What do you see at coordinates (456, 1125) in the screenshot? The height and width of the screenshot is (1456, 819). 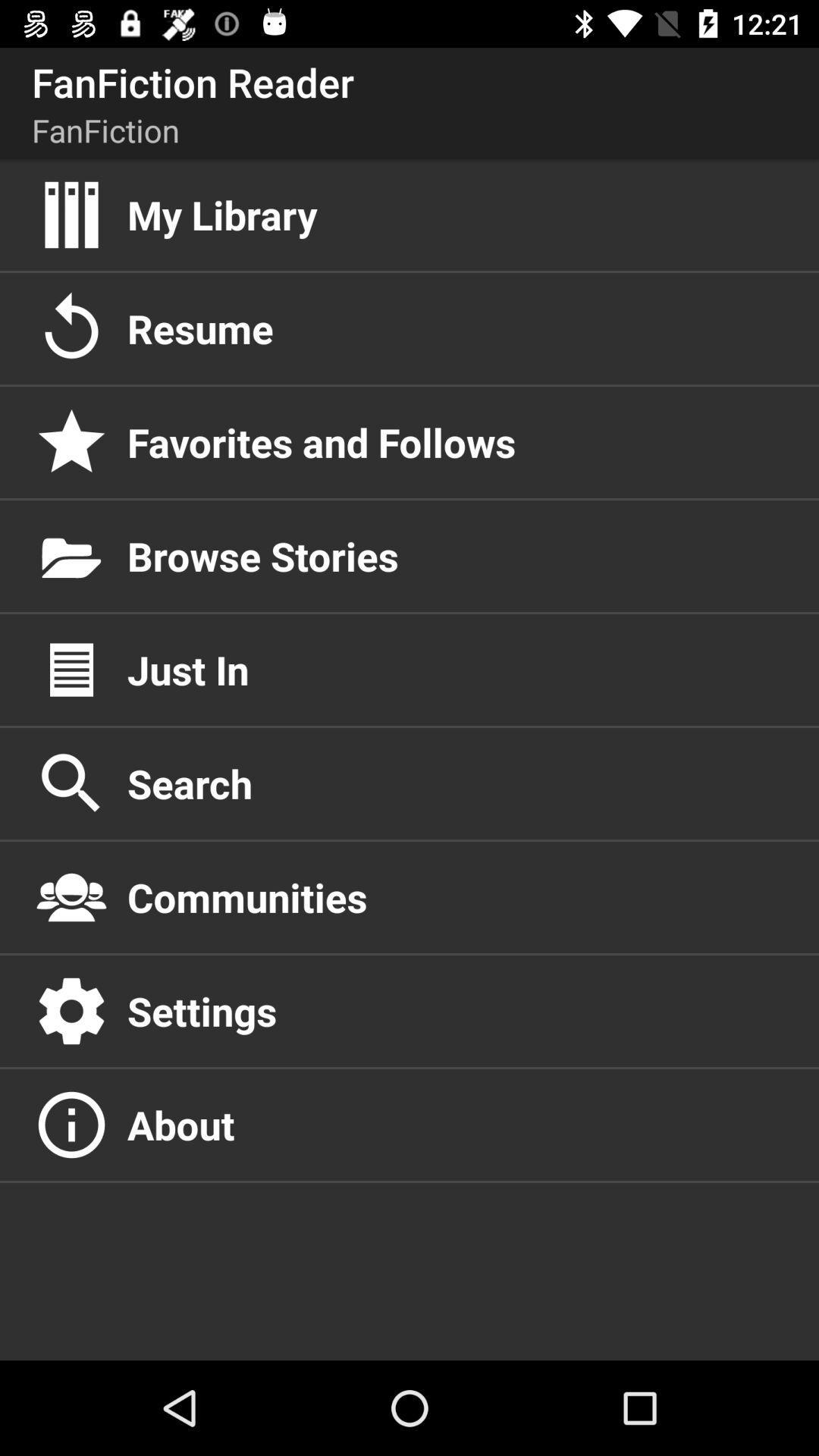 I see `the about` at bounding box center [456, 1125].